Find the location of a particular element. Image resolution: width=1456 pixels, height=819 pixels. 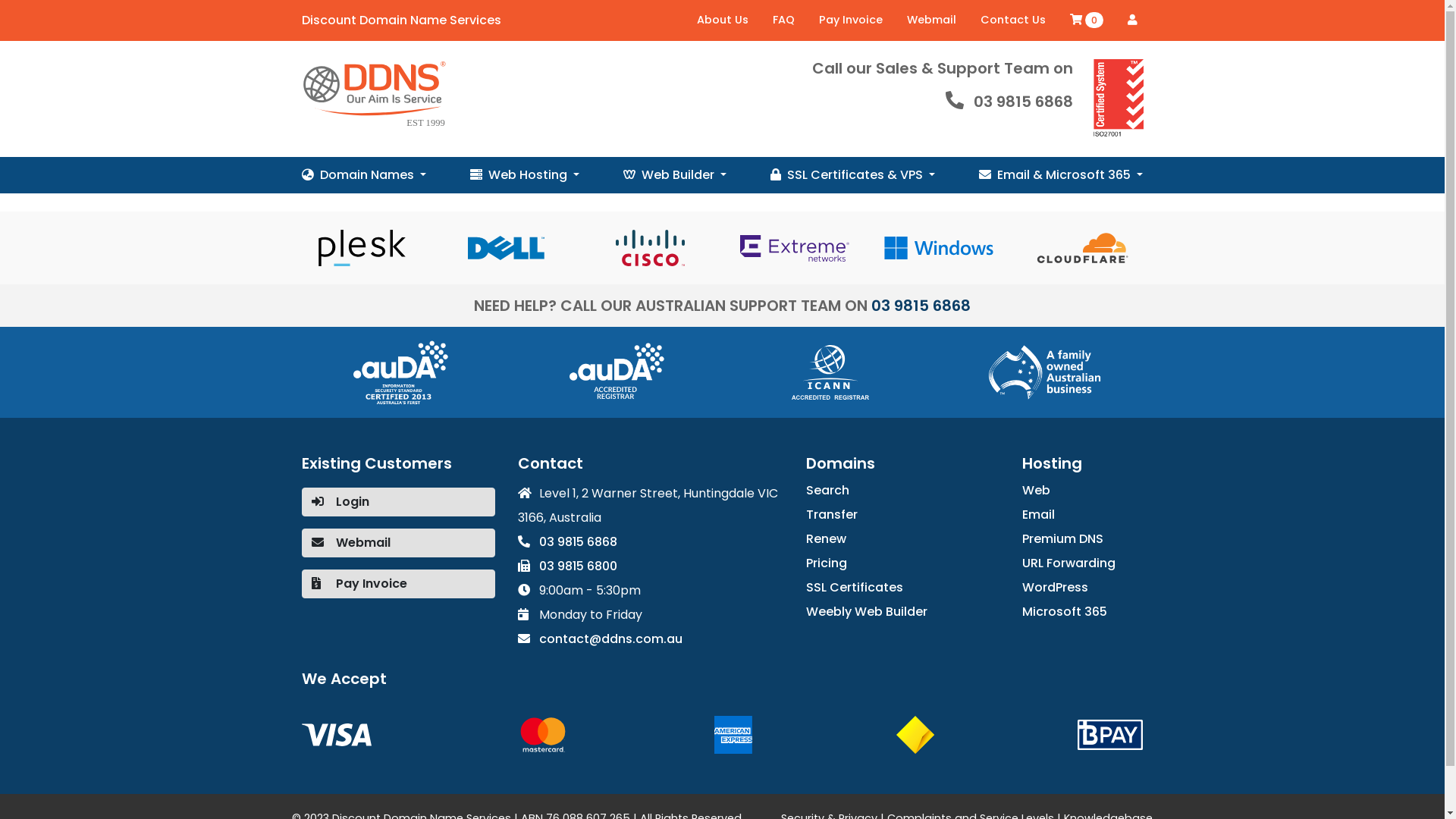

'FAQ' is located at coordinates (783, 20).